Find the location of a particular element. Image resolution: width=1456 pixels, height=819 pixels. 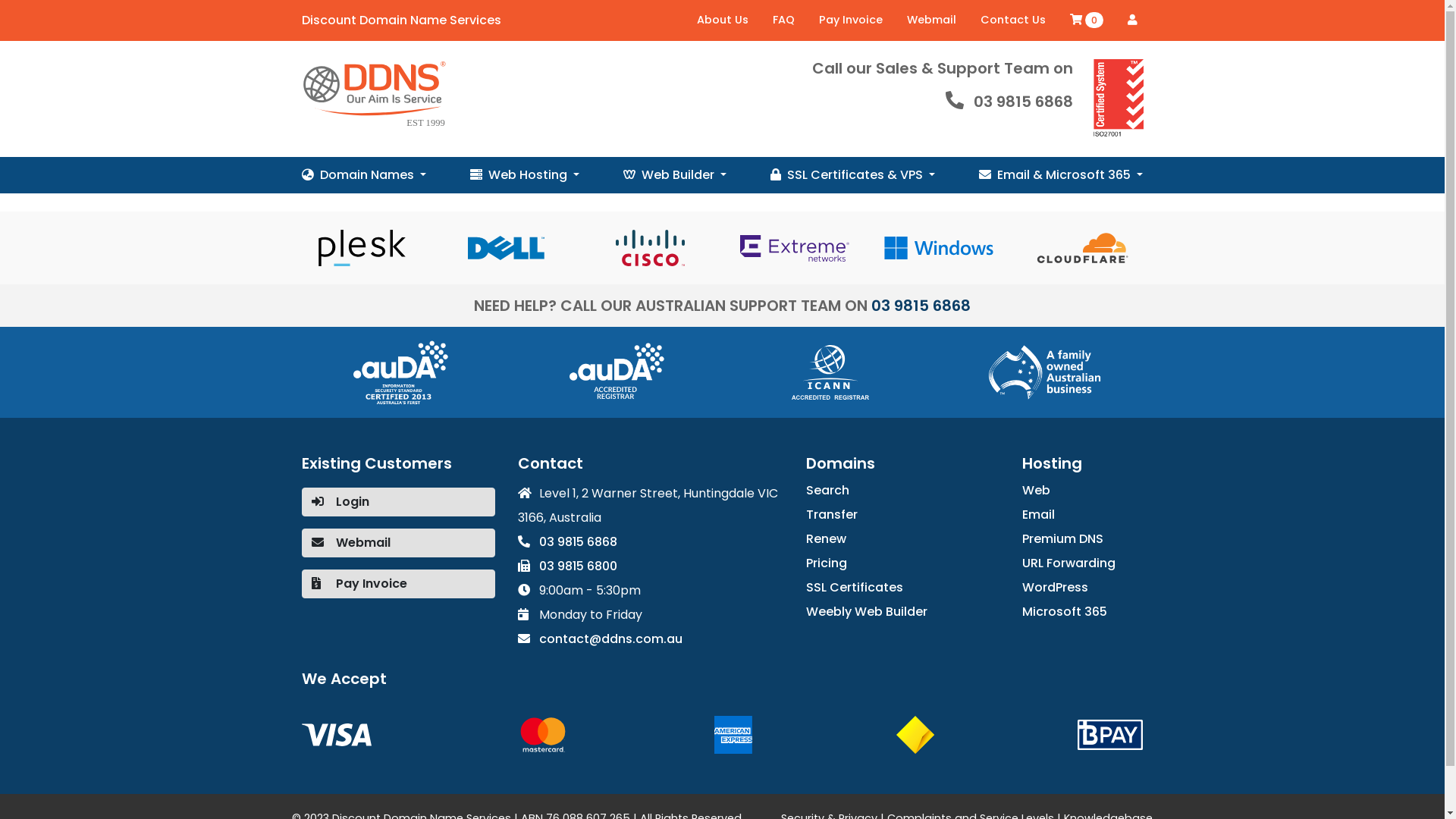

'FAQ' is located at coordinates (783, 20).